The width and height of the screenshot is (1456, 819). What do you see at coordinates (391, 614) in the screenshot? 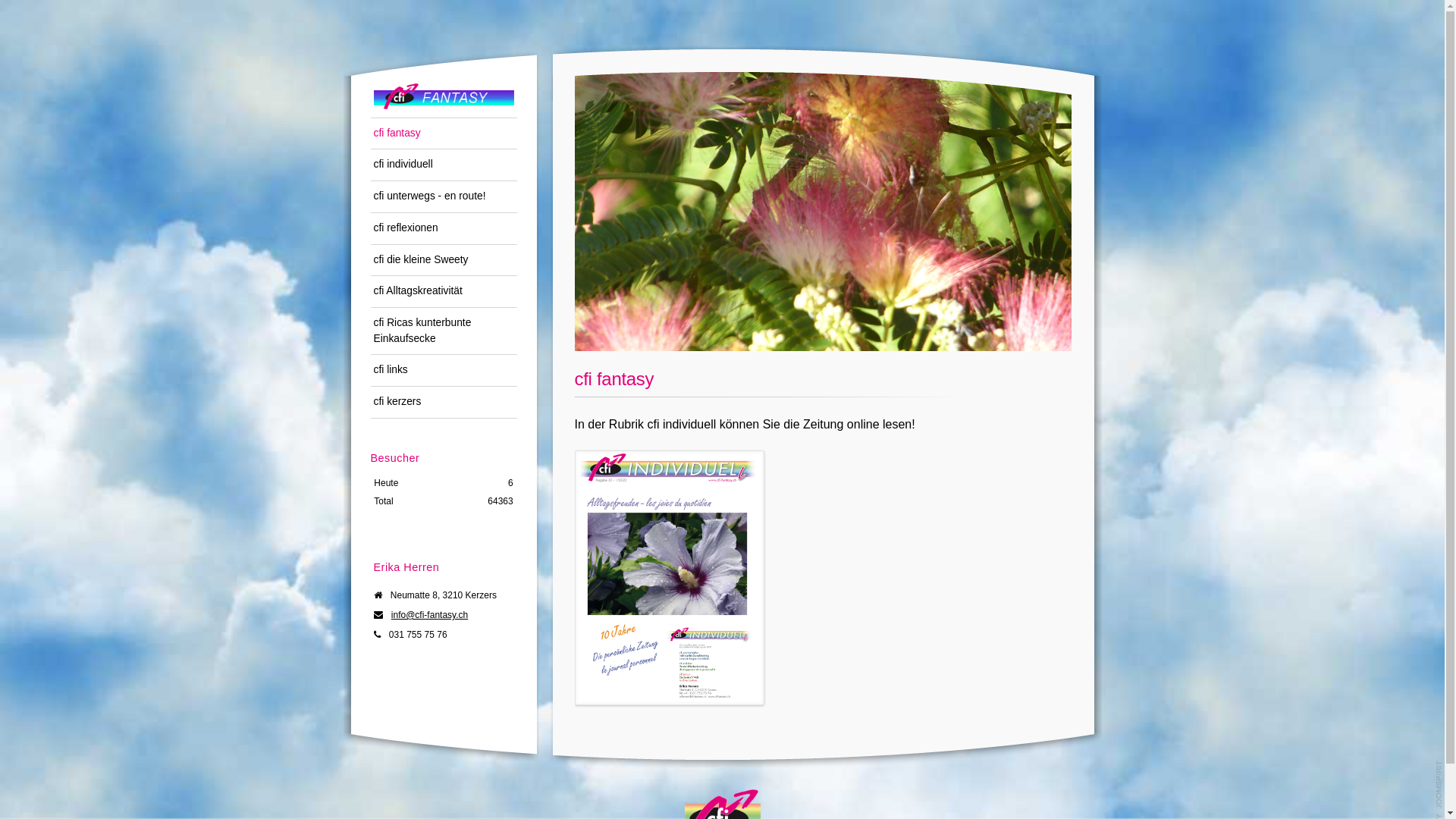
I see `'info@cfi-fantasy.ch'` at bounding box center [391, 614].